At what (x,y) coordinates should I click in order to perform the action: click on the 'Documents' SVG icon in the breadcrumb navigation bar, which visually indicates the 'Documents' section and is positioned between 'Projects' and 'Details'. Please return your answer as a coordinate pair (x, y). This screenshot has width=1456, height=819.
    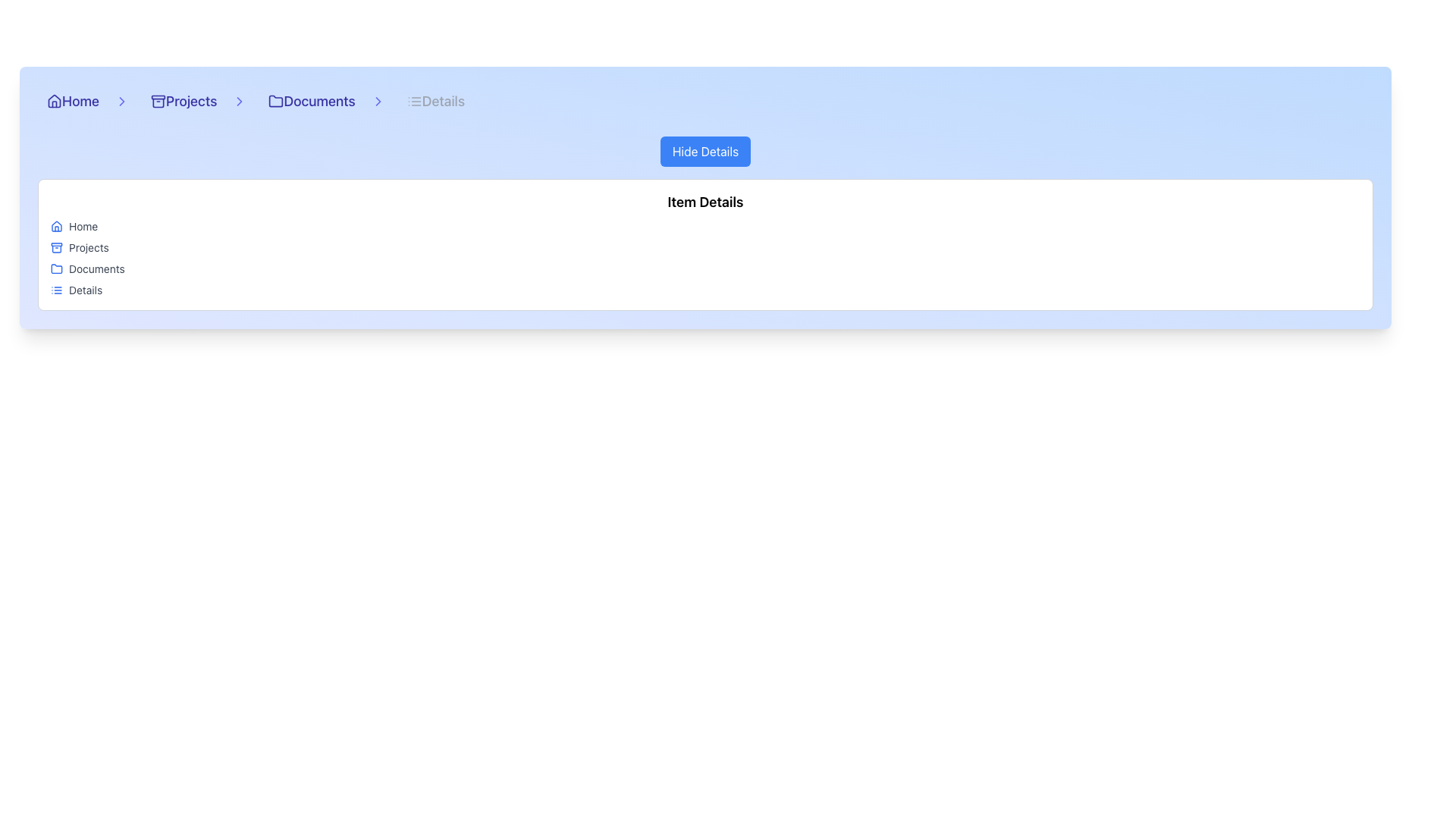
    Looking at the image, I should click on (276, 101).